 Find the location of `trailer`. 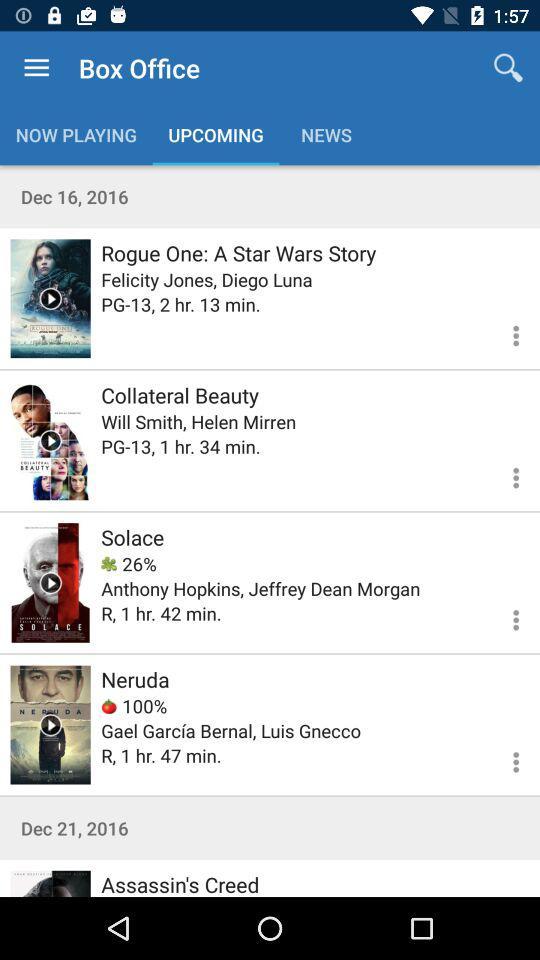

trailer is located at coordinates (50, 724).